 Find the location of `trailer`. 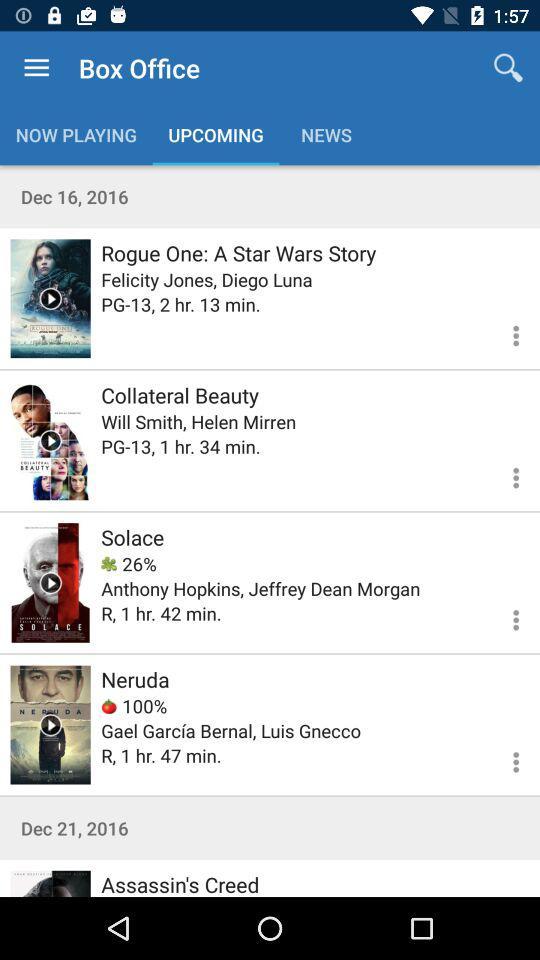

trailer is located at coordinates (50, 724).